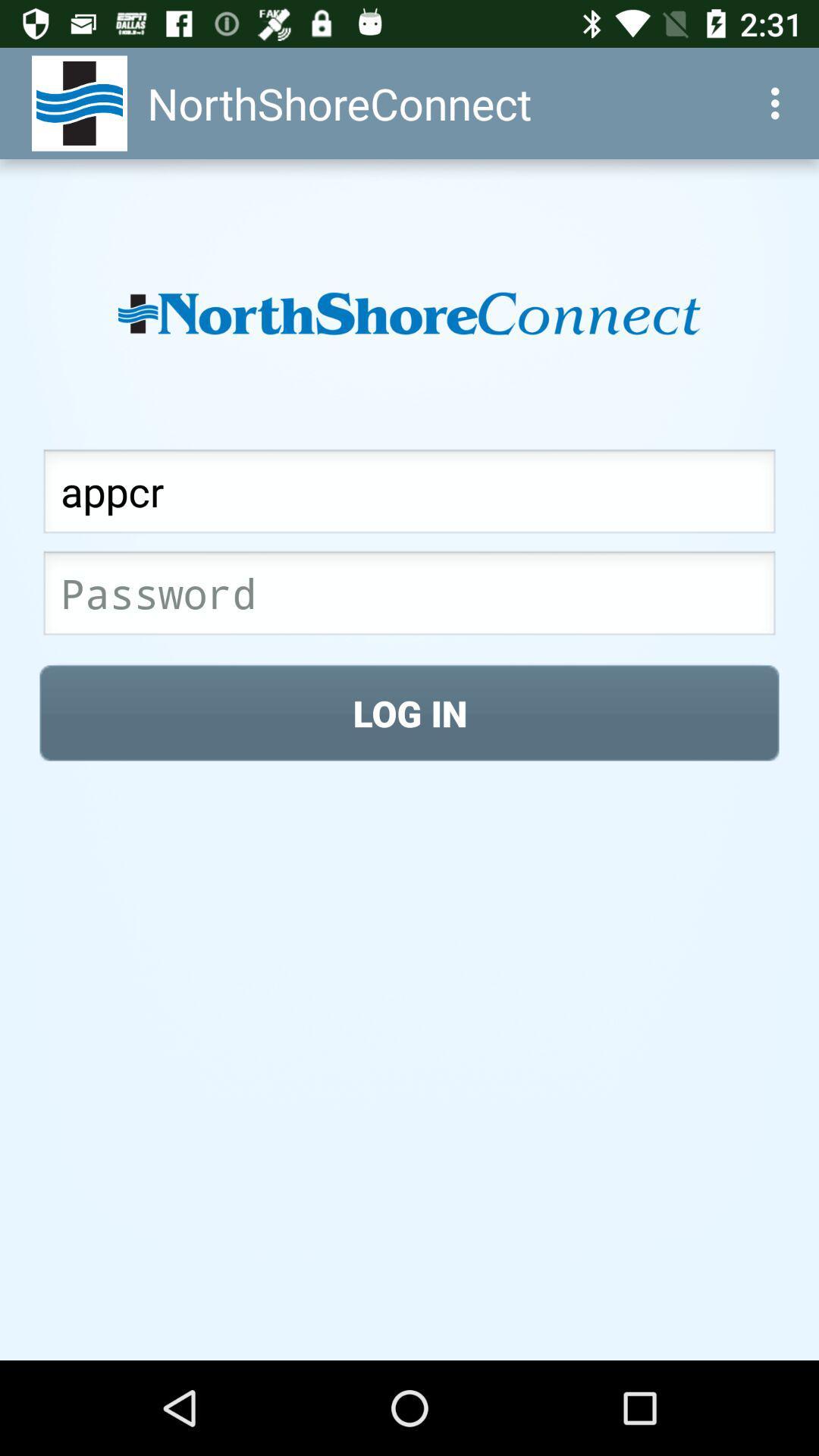  Describe the element at coordinates (779, 102) in the screenshot. I see `icon next to the northshoreconnect item` at that location.